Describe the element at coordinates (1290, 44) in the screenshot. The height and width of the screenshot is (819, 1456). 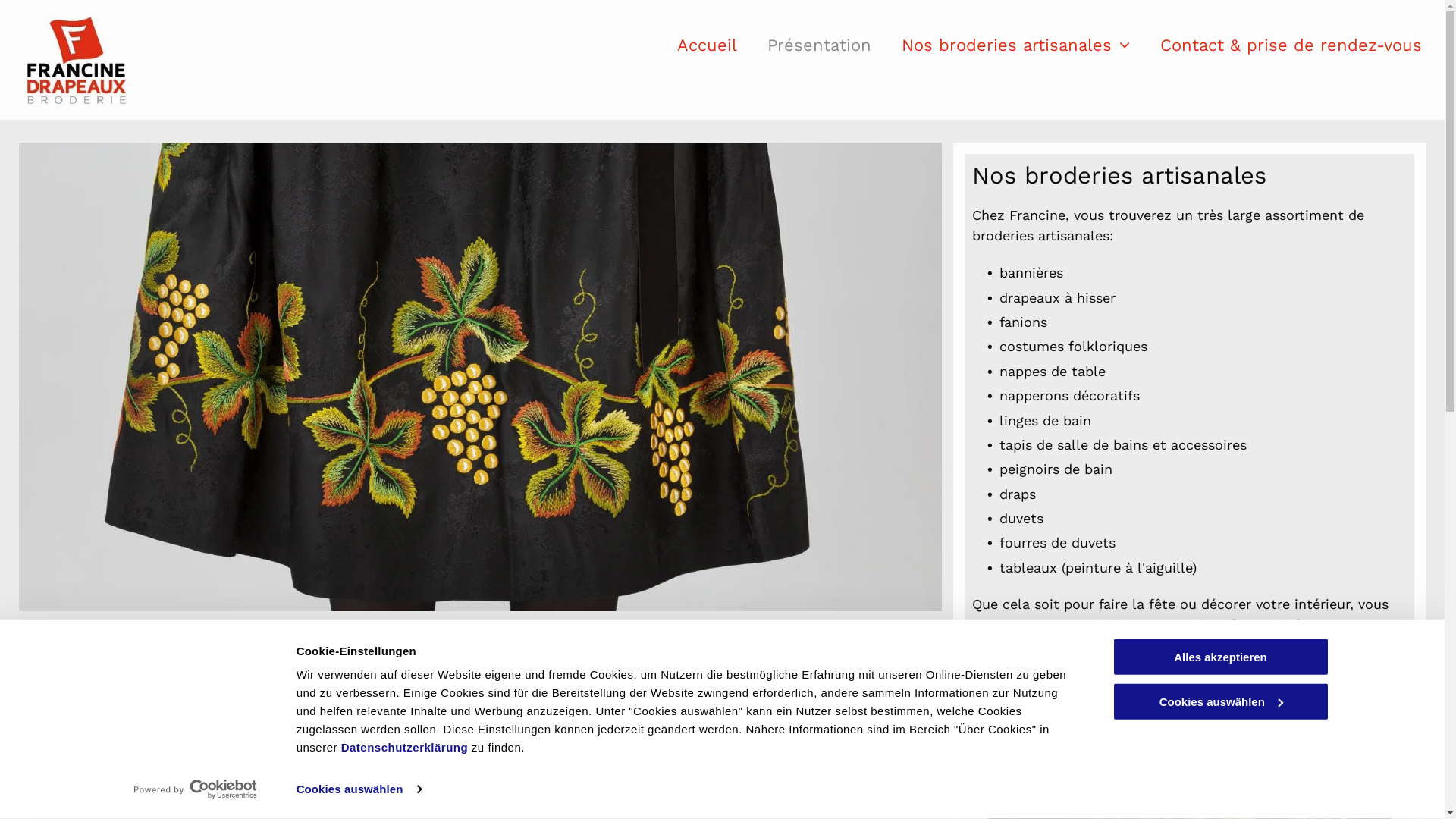
I see `'Contact & prise de rendez-vous'` at that location.